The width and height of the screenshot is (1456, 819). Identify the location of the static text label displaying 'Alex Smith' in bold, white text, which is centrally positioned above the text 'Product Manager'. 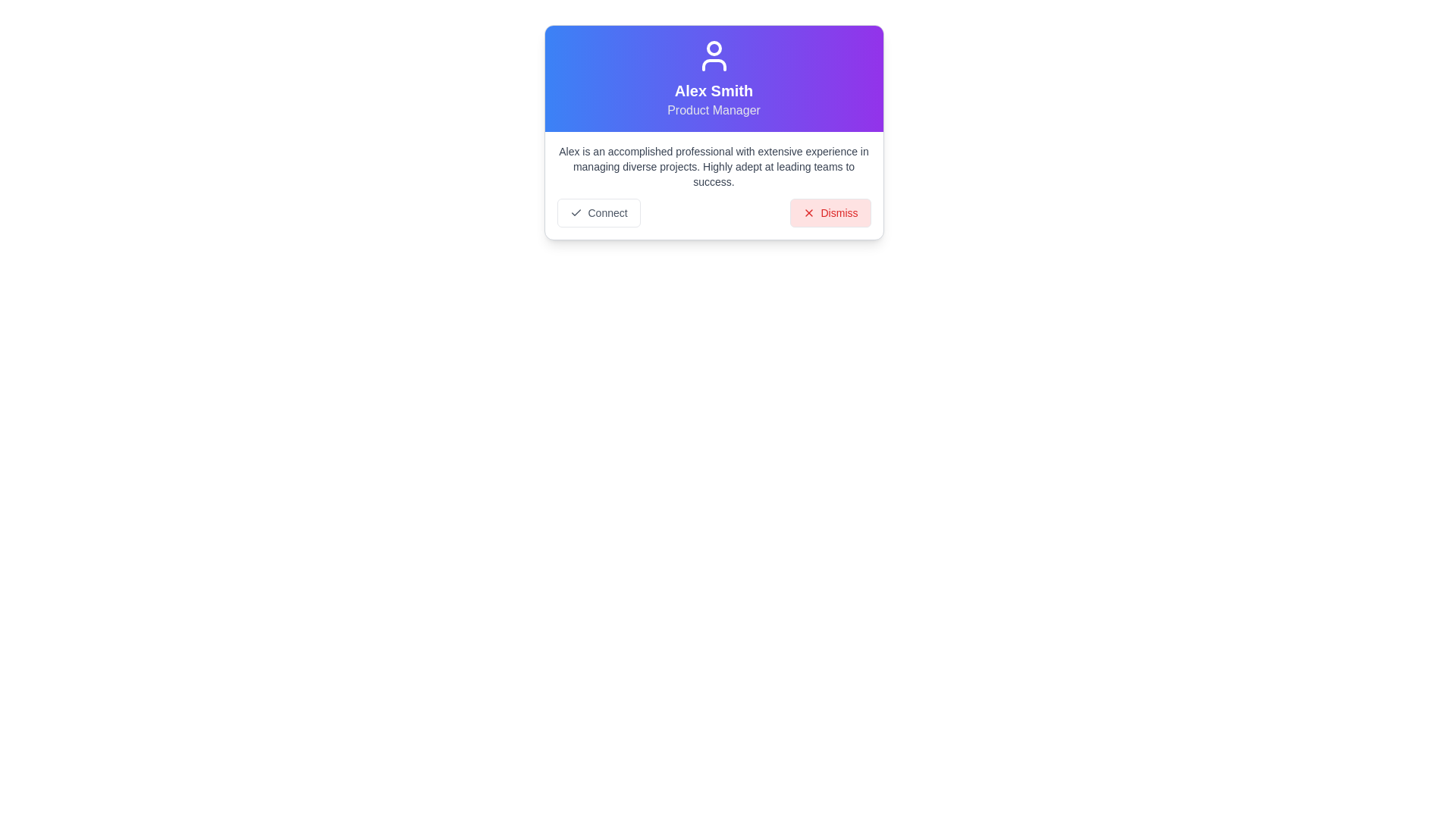
(713, 90).